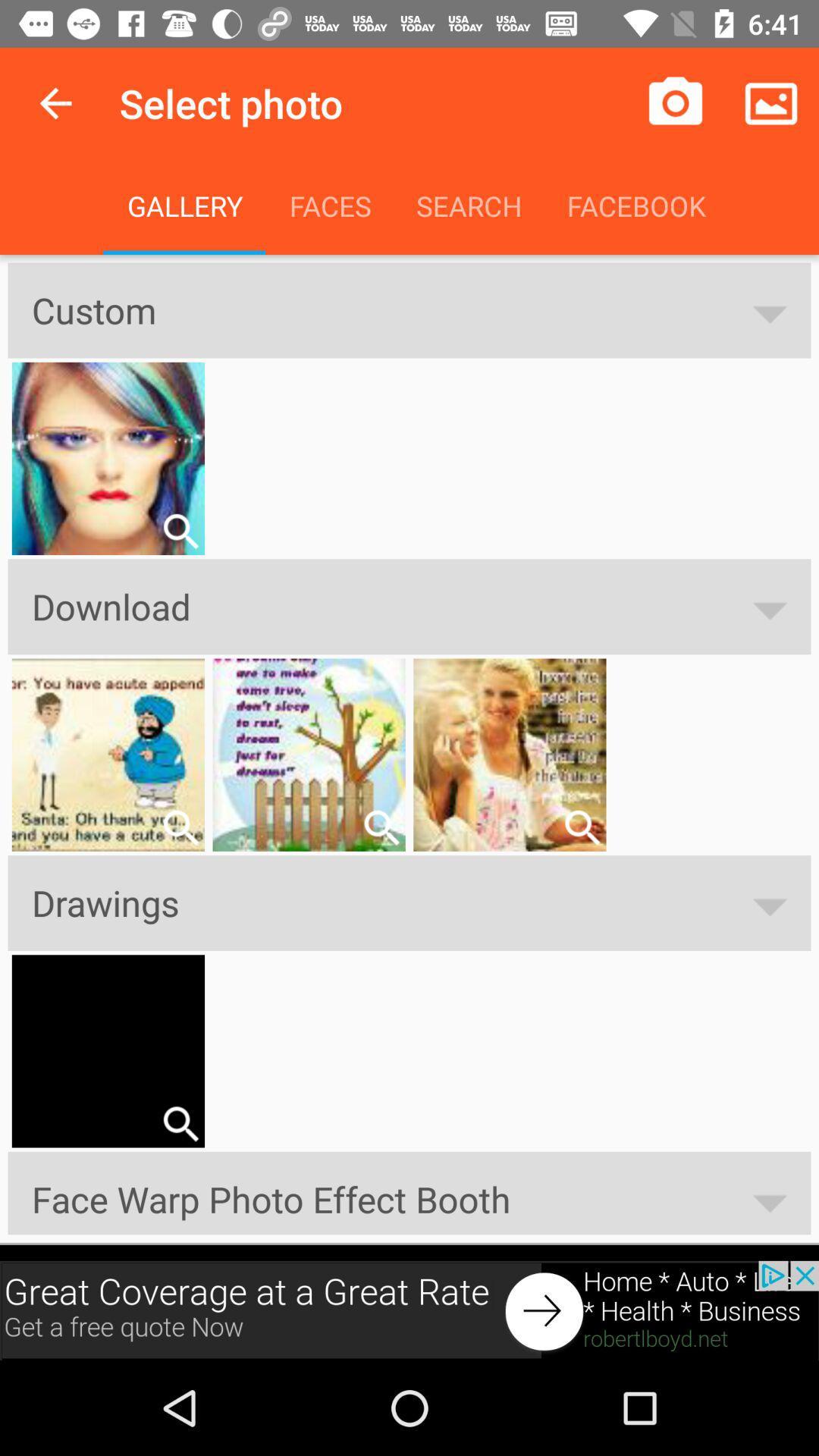  Describe the element at coordinates (409, 1310) in the screenshot. I see `advertisement for robertboyd.net` at that location.